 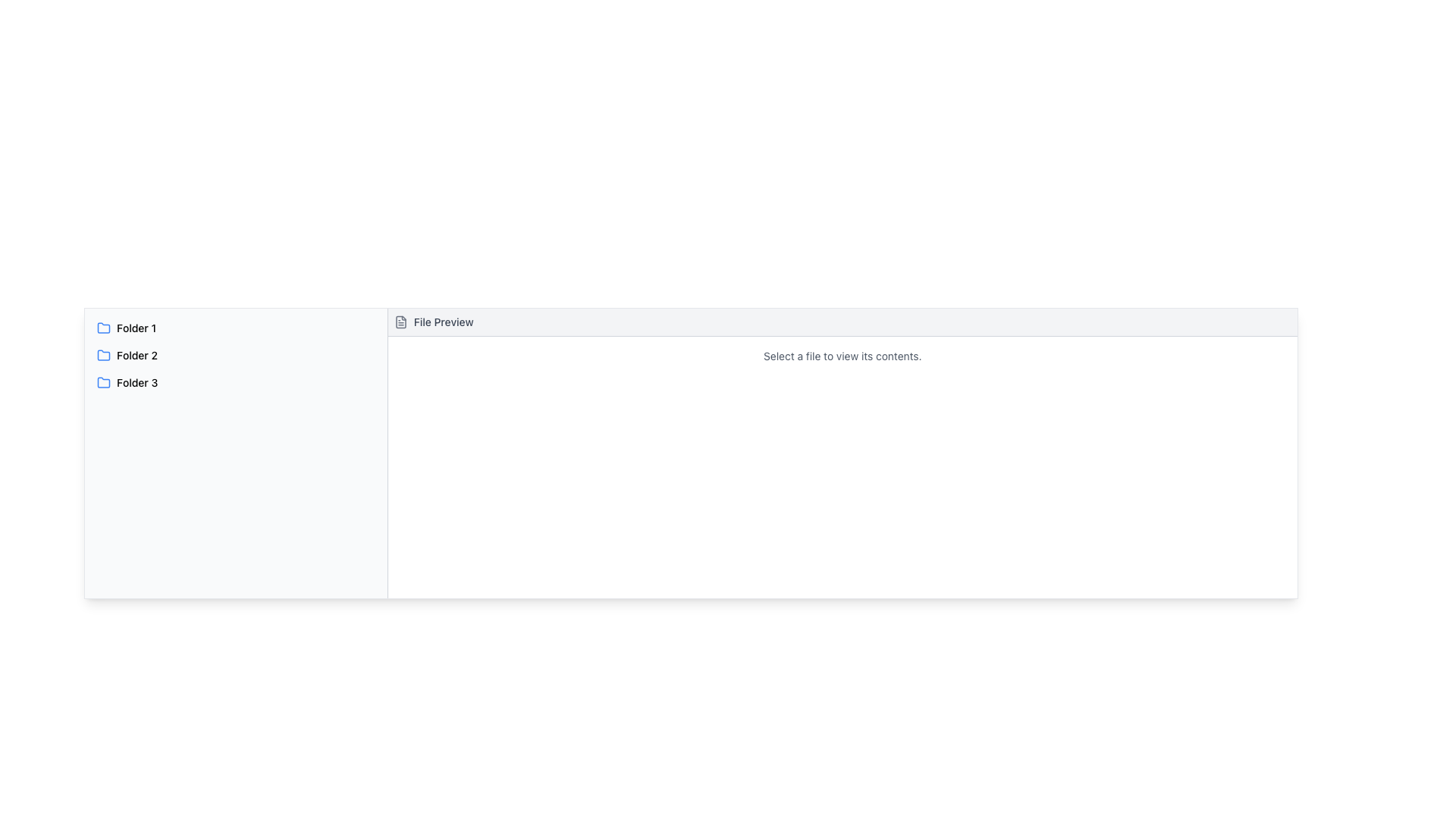 I want to click on the blue minimalist folder icon located to the left of the text 'Folder 2' in the second folder entry of the list, so click(x=103, y=356).